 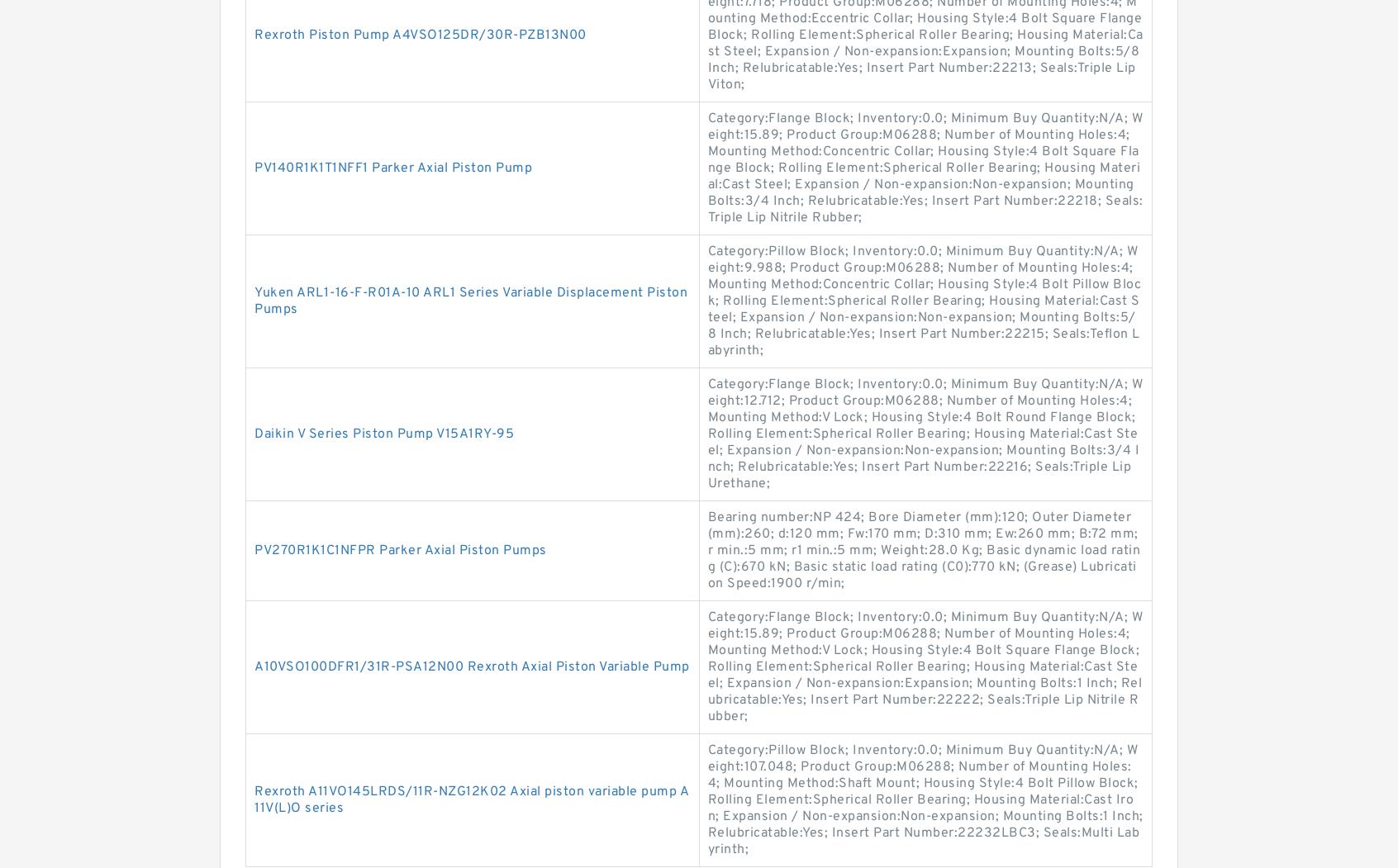 What do you see at coordinates (420, 34) in the screenshot?
I see `'Rexroth Piston Pump A4VSO125DR/30R-PZB13N00'` at bounding box center [420, 34].